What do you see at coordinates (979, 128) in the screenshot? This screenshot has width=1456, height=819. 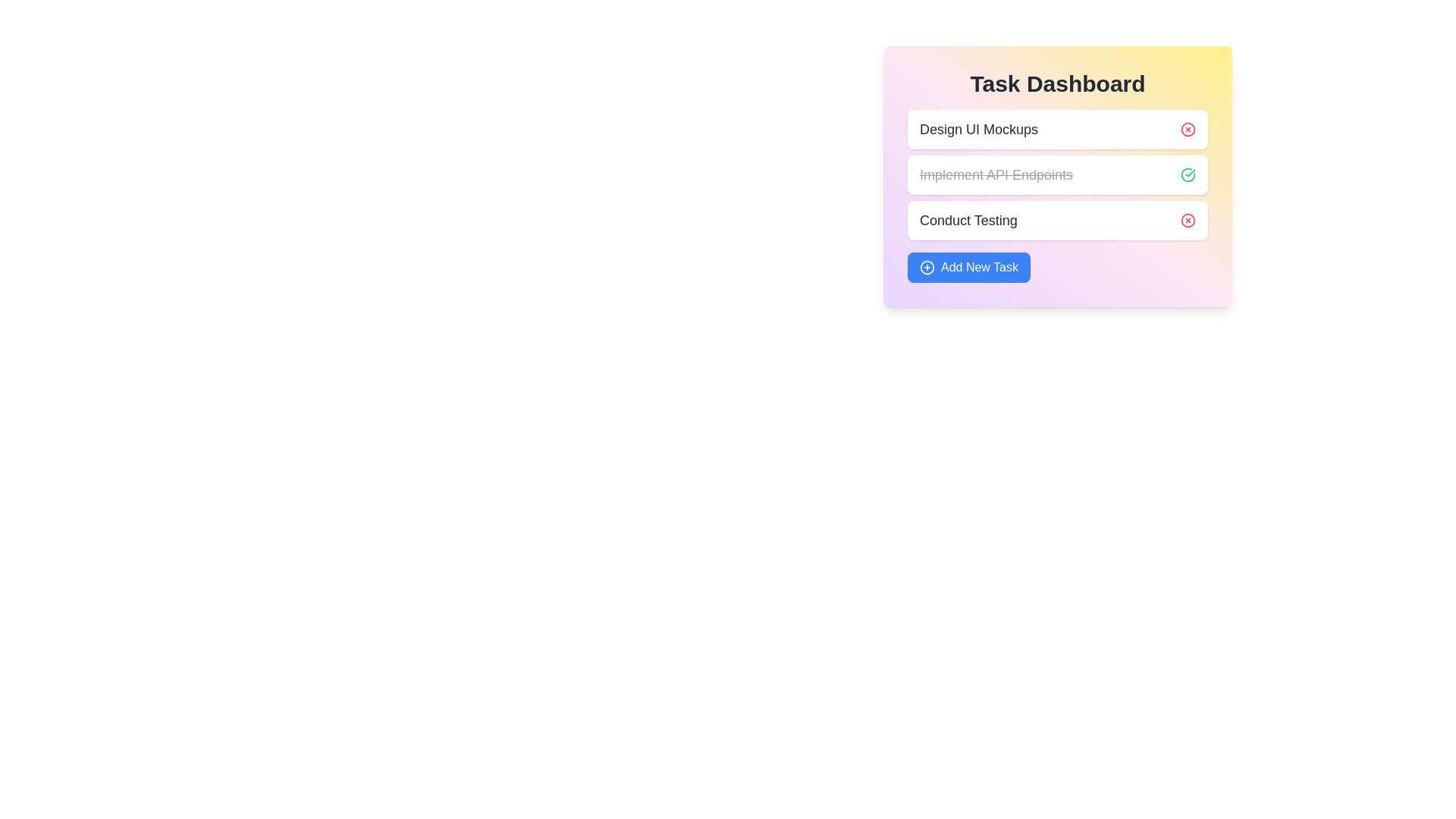 I see `the task title 'Design UI Mockups' to select it` at bounding box center [979, 128].